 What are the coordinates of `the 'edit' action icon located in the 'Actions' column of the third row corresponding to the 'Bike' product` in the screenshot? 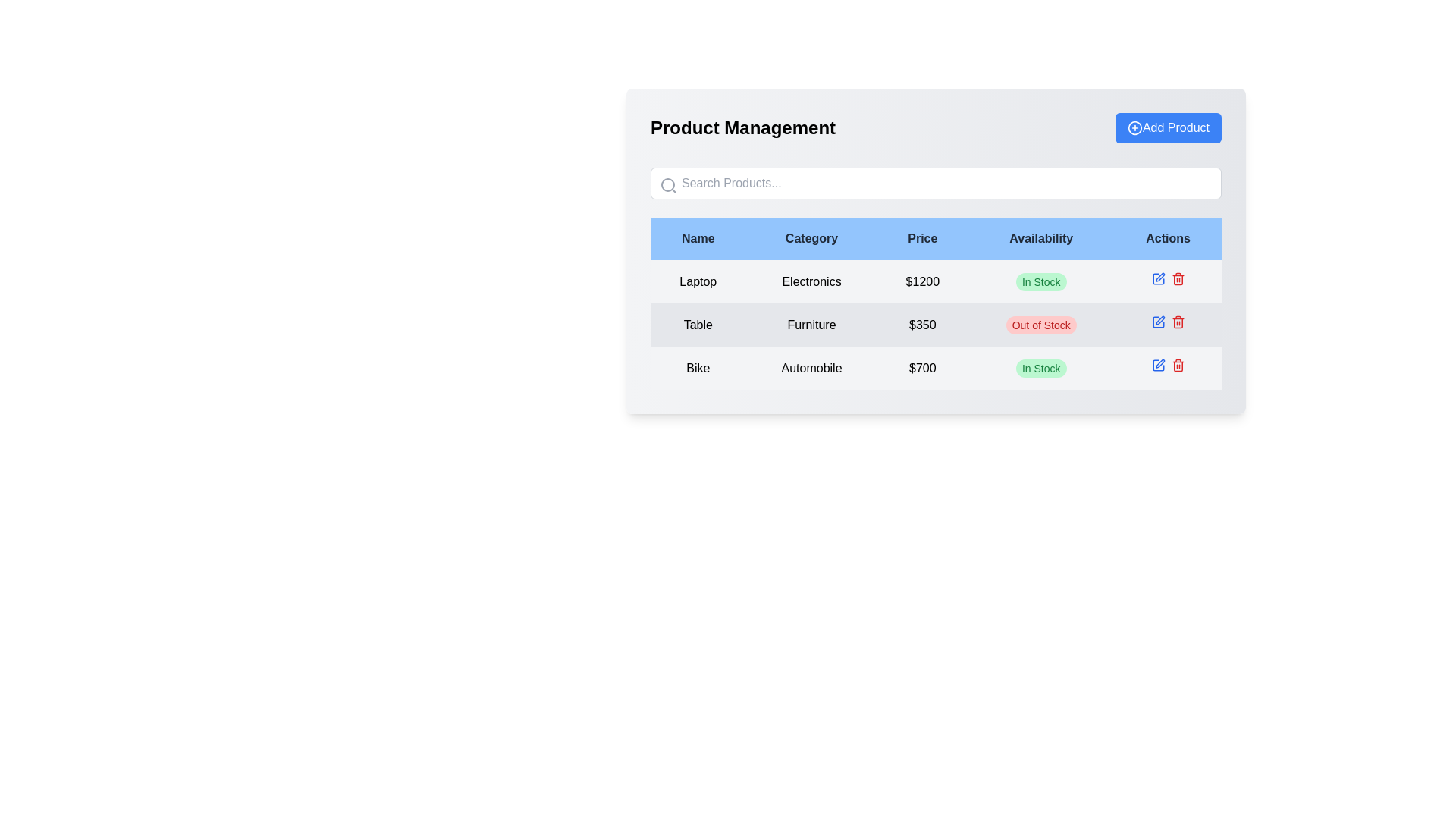 It's located at (1159, 277).